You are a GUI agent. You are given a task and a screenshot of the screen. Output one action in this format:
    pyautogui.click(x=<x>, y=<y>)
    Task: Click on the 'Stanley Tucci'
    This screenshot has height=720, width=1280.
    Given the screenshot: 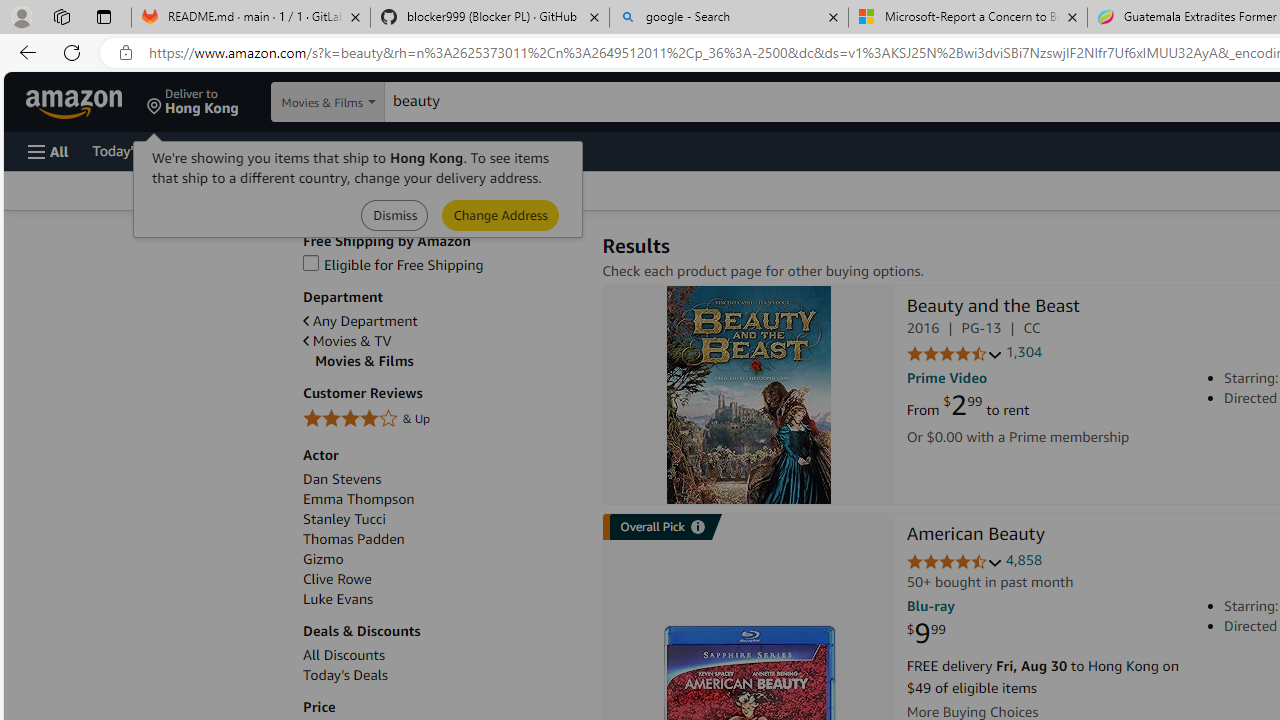 What is the action you would take?
    pyautogui.click(x=344, y=518)
    